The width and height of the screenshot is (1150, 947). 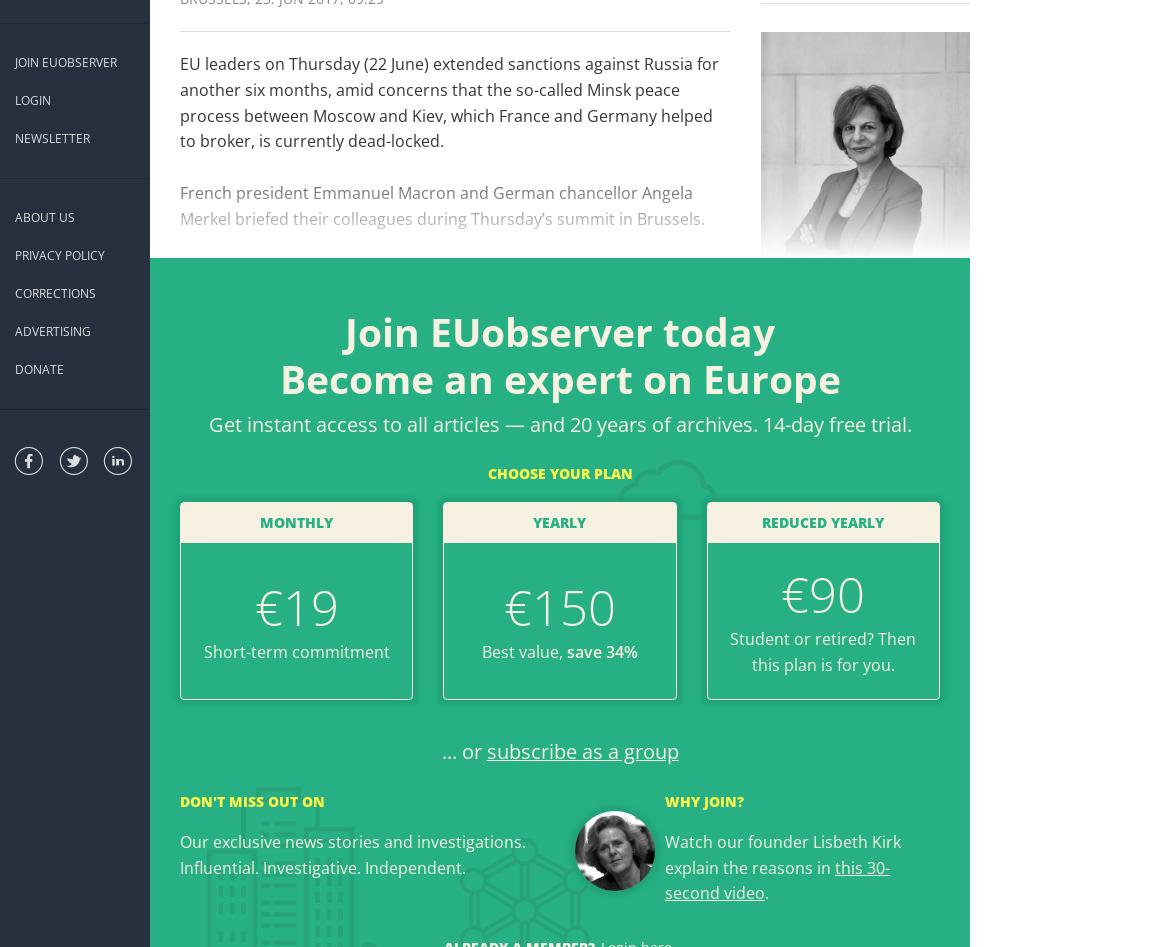 What do you see at coordinates (503, 607) in the screenshot?
I see `'€150'` at bounding box center [503, 607].